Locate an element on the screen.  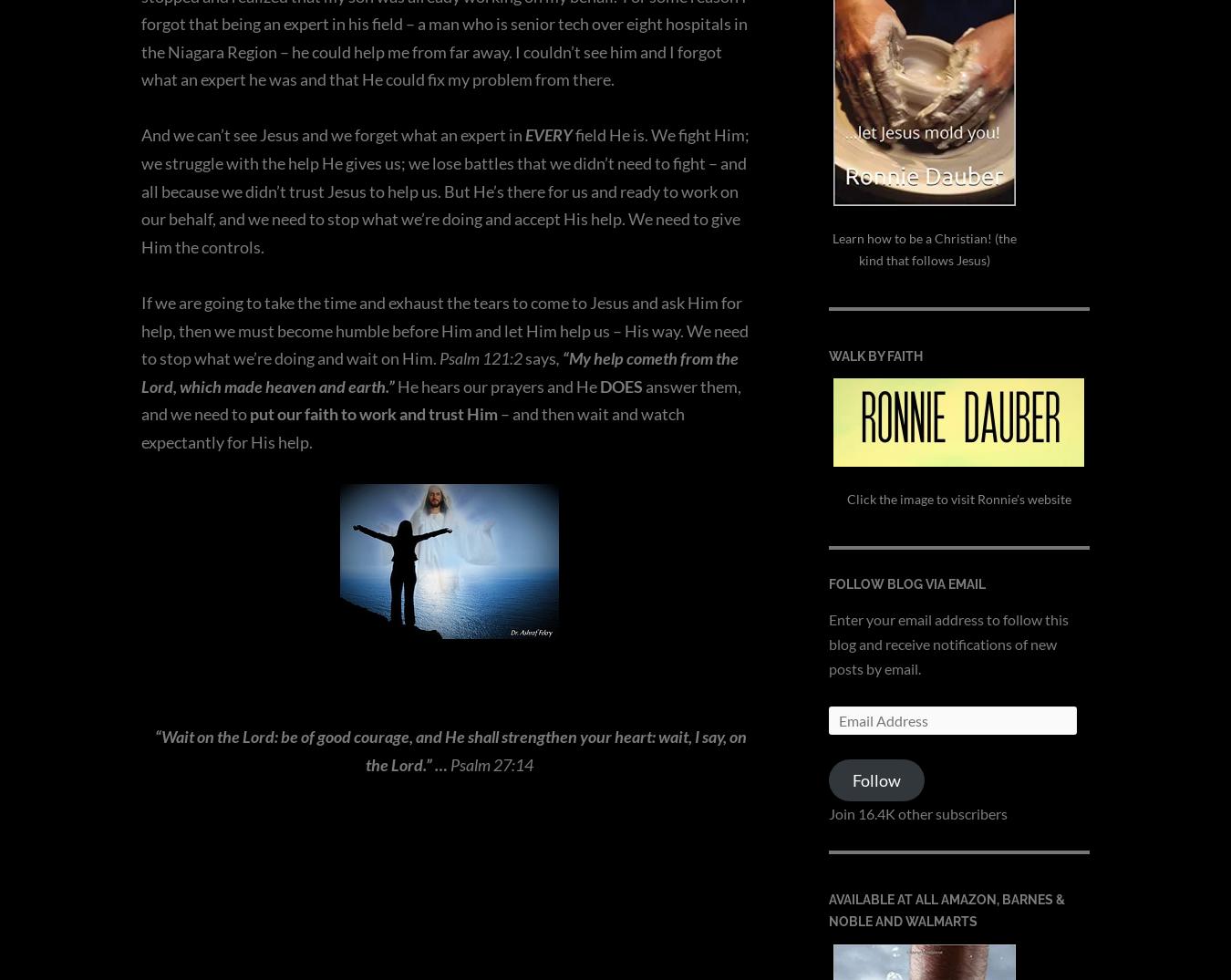
'DOES' is located at coordinates (620, 385).